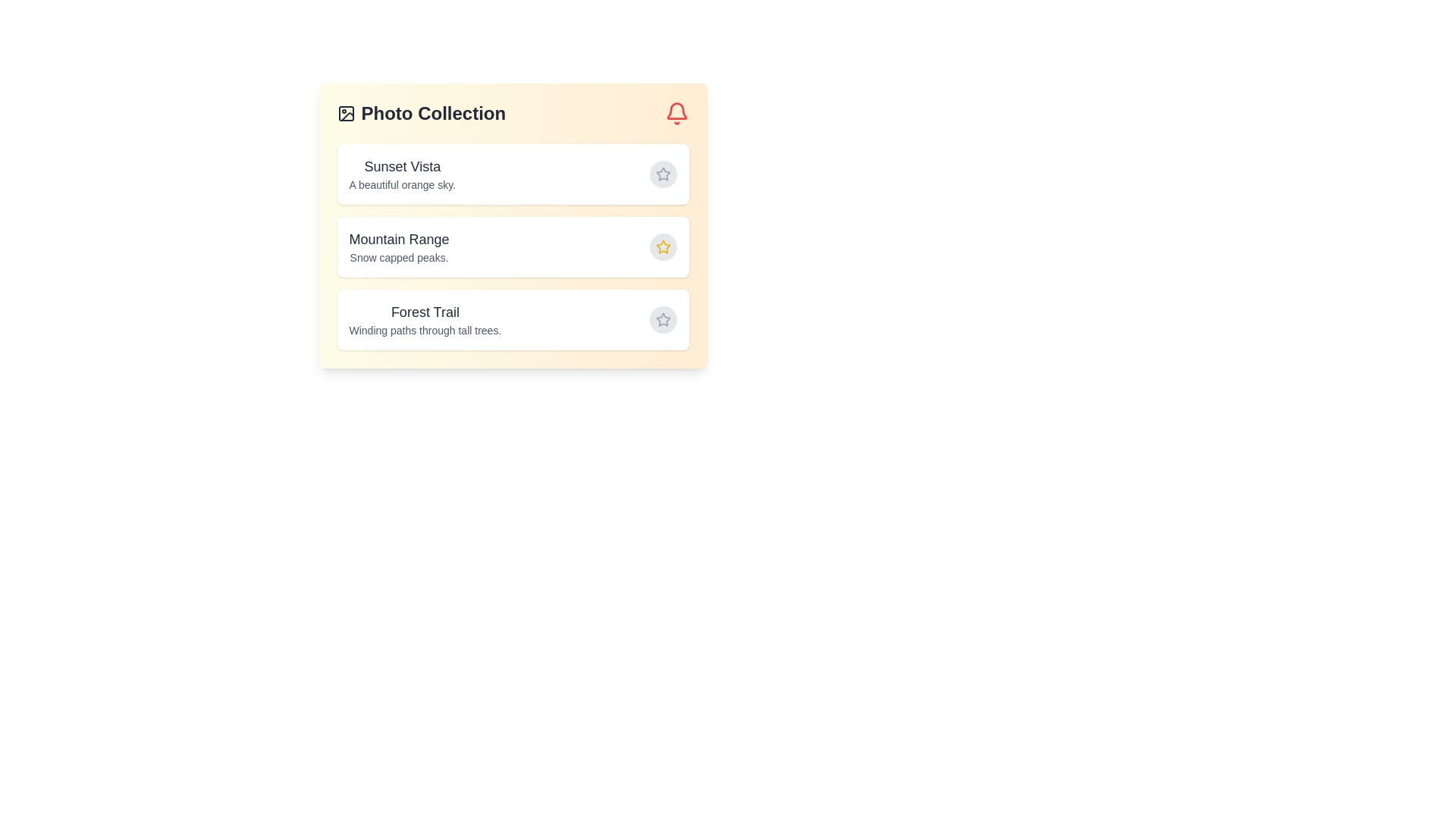 The image size is (1456, 819). What do you see at coordinates (425, 312) in the screenshot?
I see `the title of Forest Trail for selection or copying` at bounding box center [425, 312].